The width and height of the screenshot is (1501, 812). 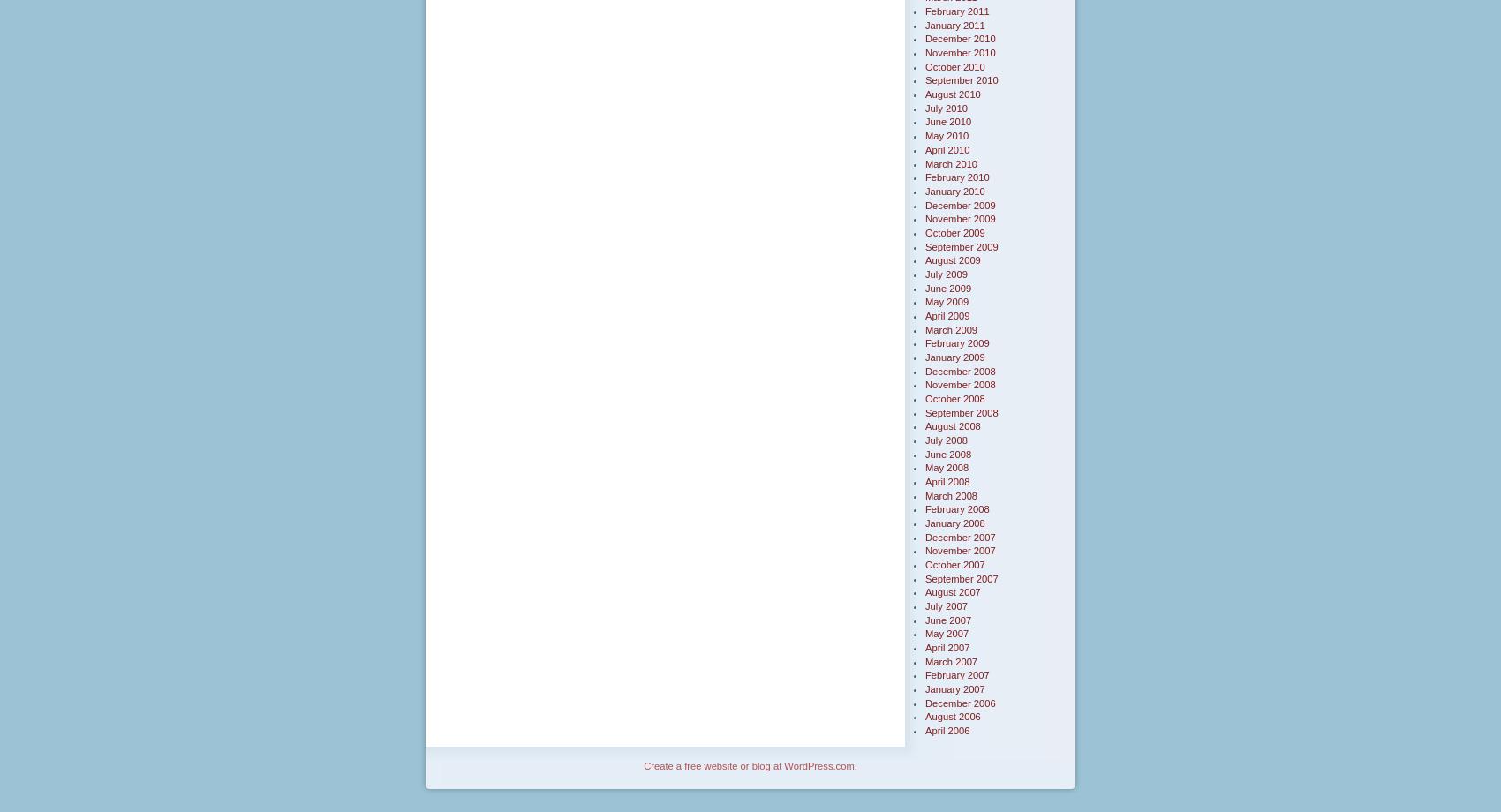 What do you see at coordinates (946, 274) in the screenshot?
I see `'July 2009'` at bounding box center [946, 274].